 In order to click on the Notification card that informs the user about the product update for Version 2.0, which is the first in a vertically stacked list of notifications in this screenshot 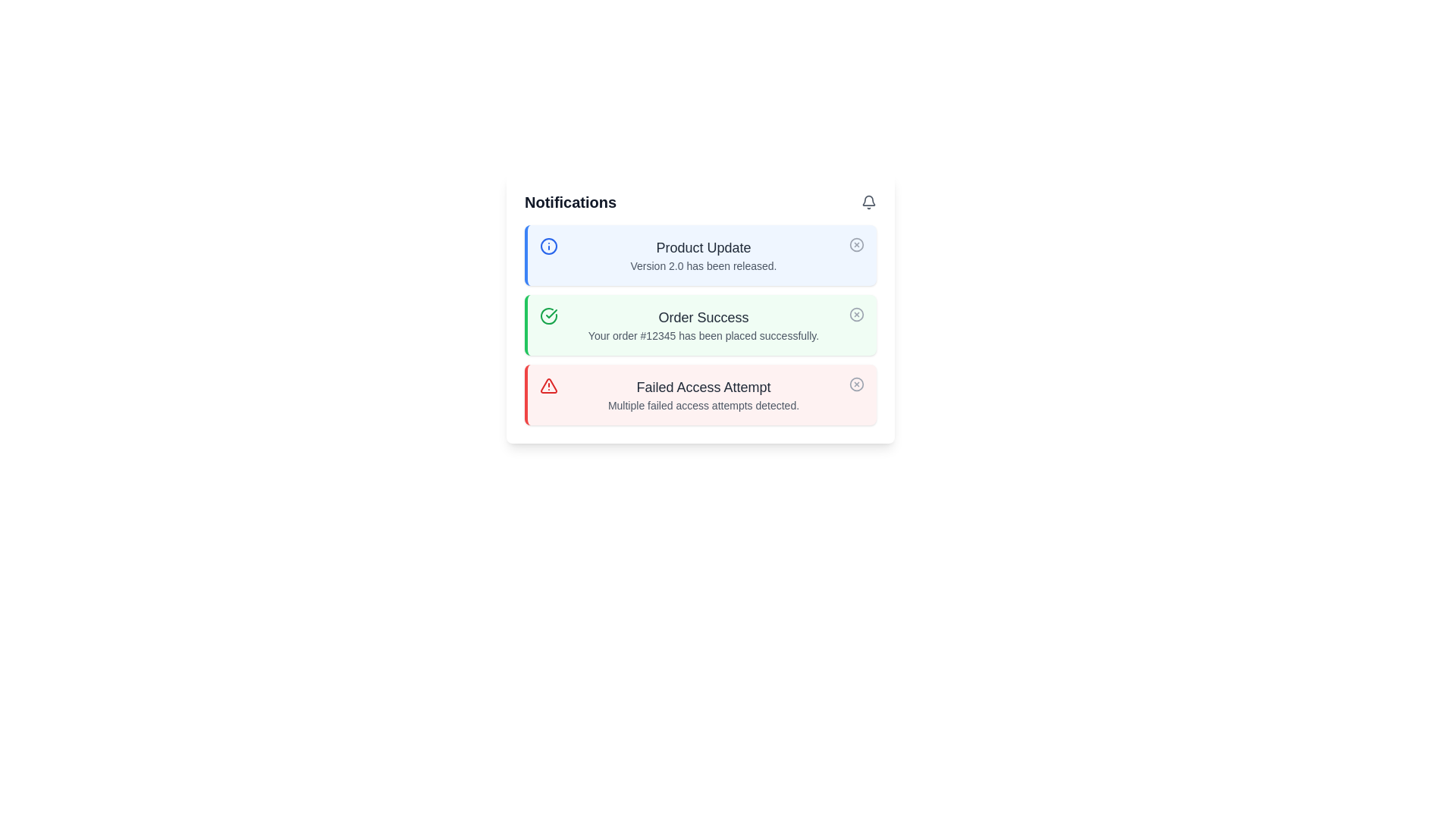, I will do `click(700, 254)`.